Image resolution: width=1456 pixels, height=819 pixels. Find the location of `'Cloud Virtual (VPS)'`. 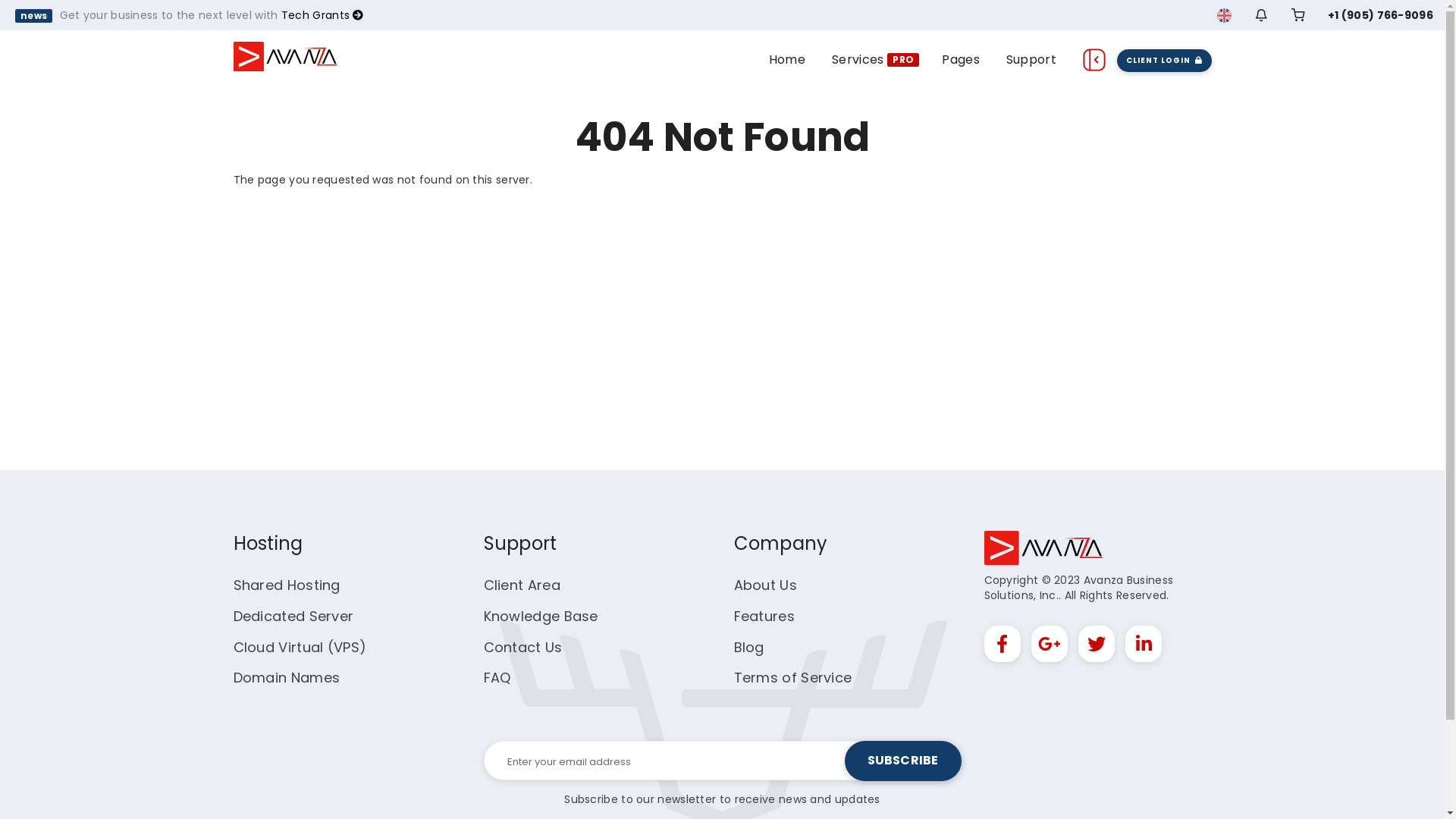

'Cloud Virtual (VPS)' is located at coordinates (300, 647).